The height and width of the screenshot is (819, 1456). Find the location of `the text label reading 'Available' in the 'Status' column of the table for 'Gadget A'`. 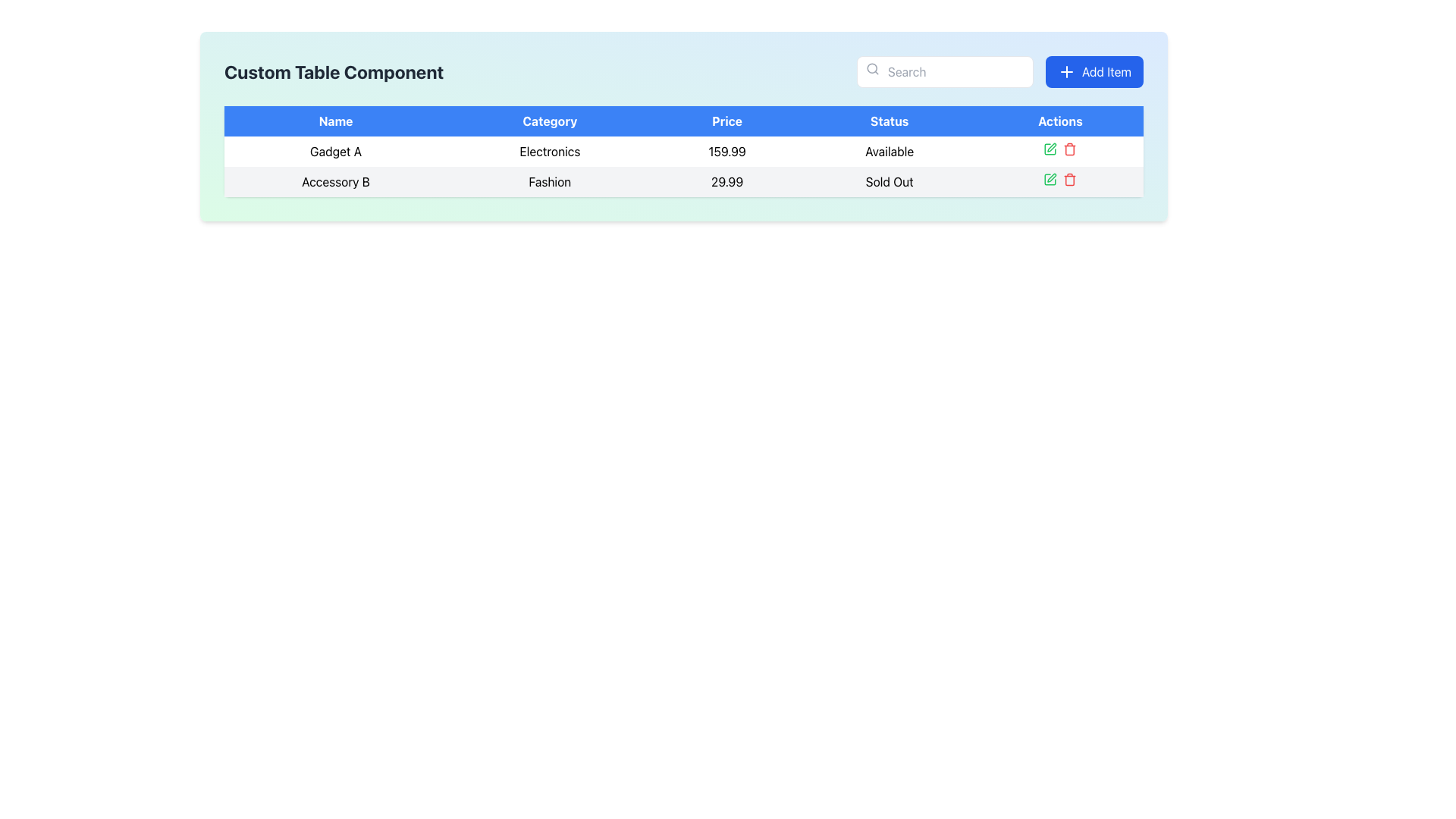

the text label reading 'Available' in the 'Status' column of the table for 'Gadget A' is located at coordinates (890, 152).